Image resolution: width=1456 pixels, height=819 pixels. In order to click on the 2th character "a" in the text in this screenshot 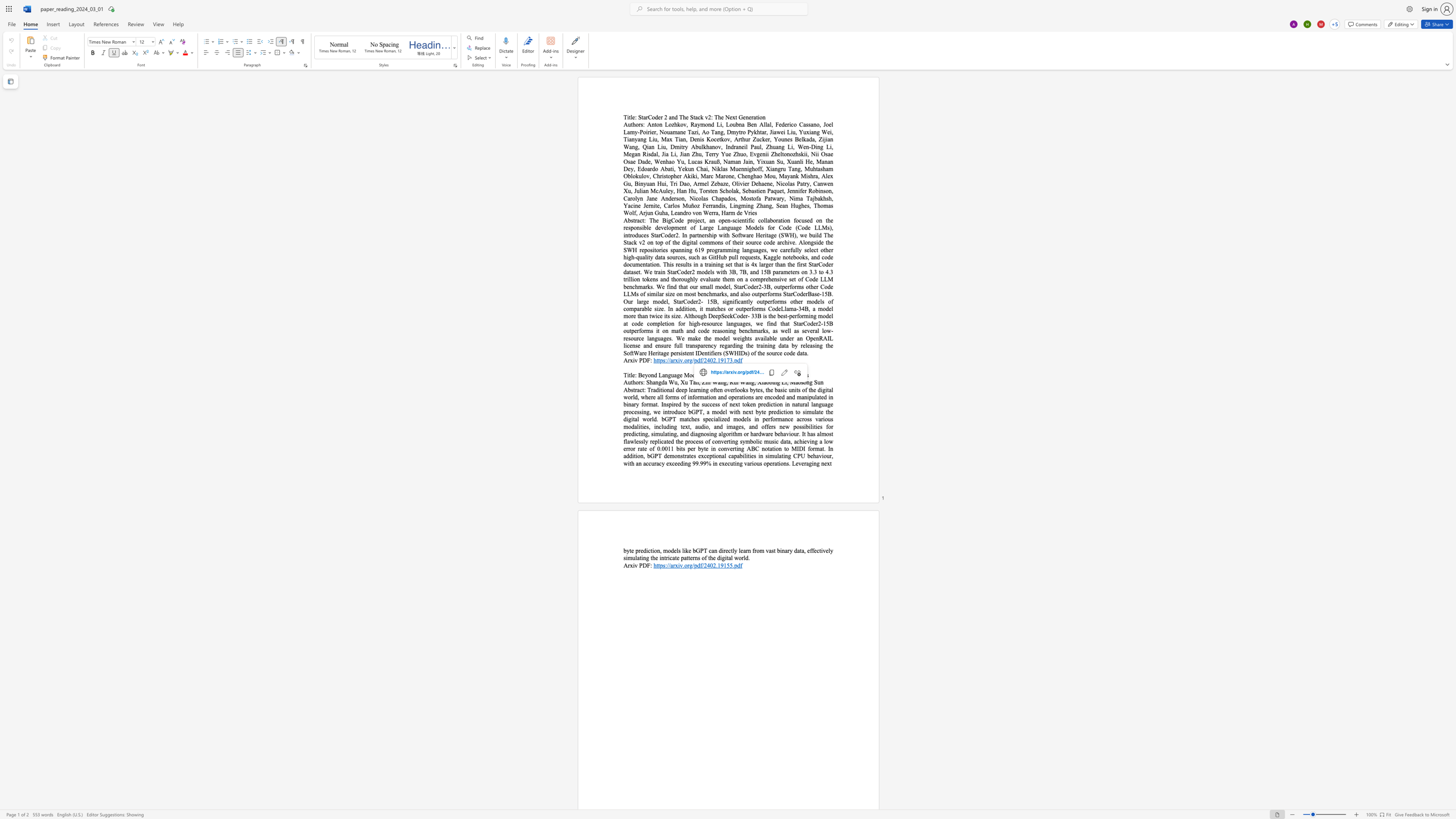, I will do `click(665, 382)`.